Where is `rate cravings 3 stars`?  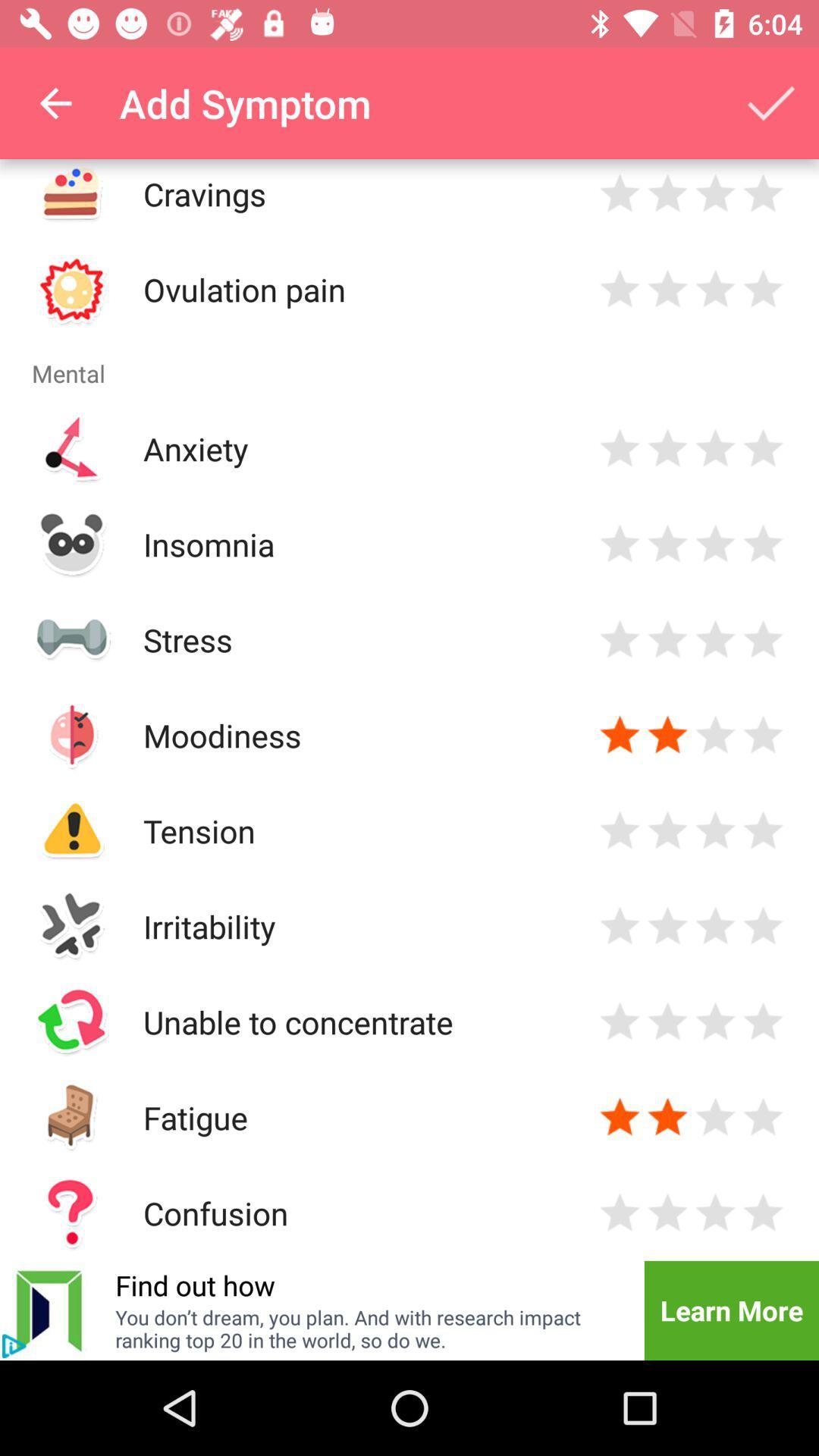
rate cravings 3 stars is located at coordinates (715, 193).